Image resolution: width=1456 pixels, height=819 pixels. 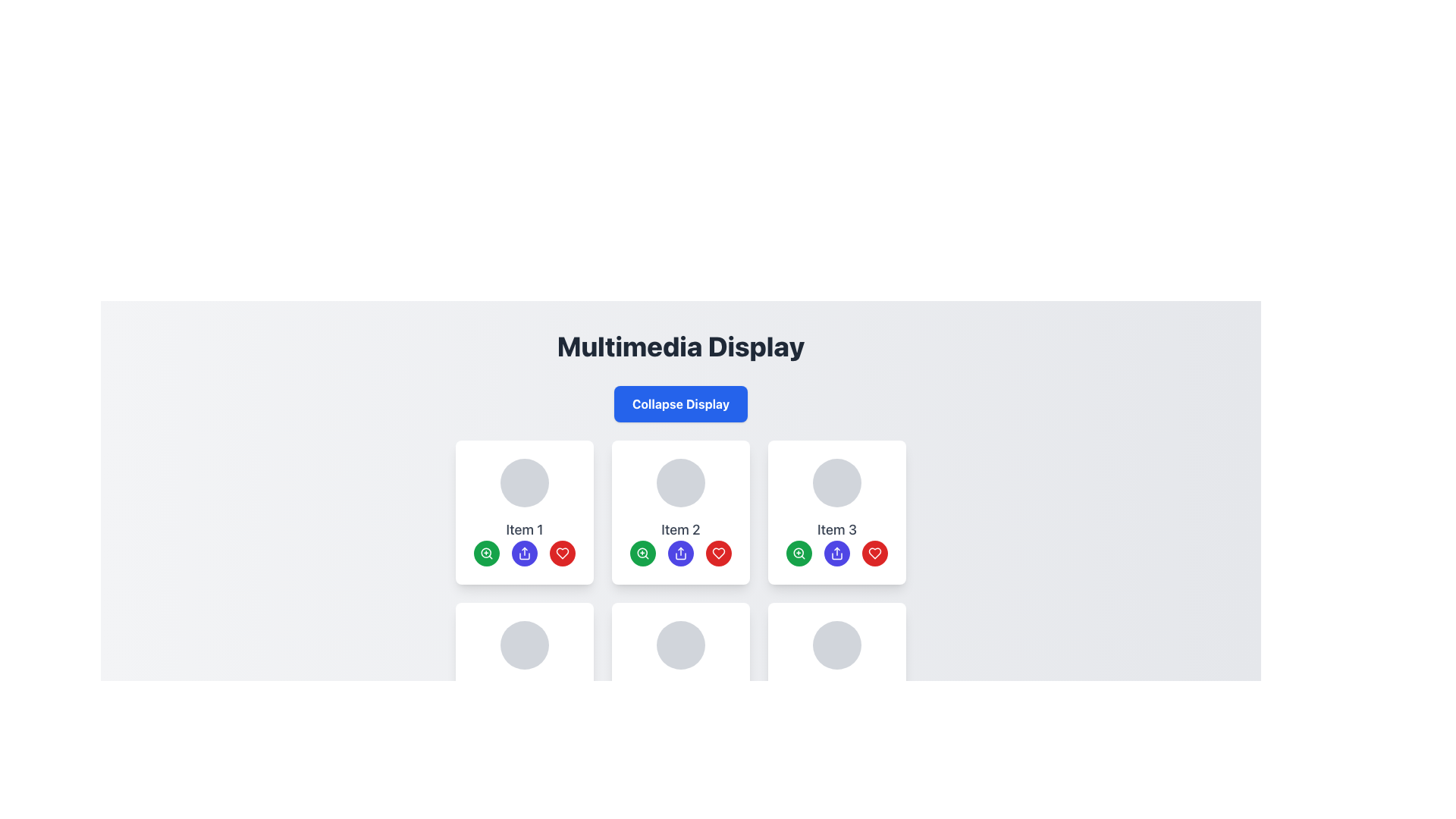 I want to click on the circular green button with a white magnifying glass icon located underneath the text label 'Item 2', so click(x=643, y=553).